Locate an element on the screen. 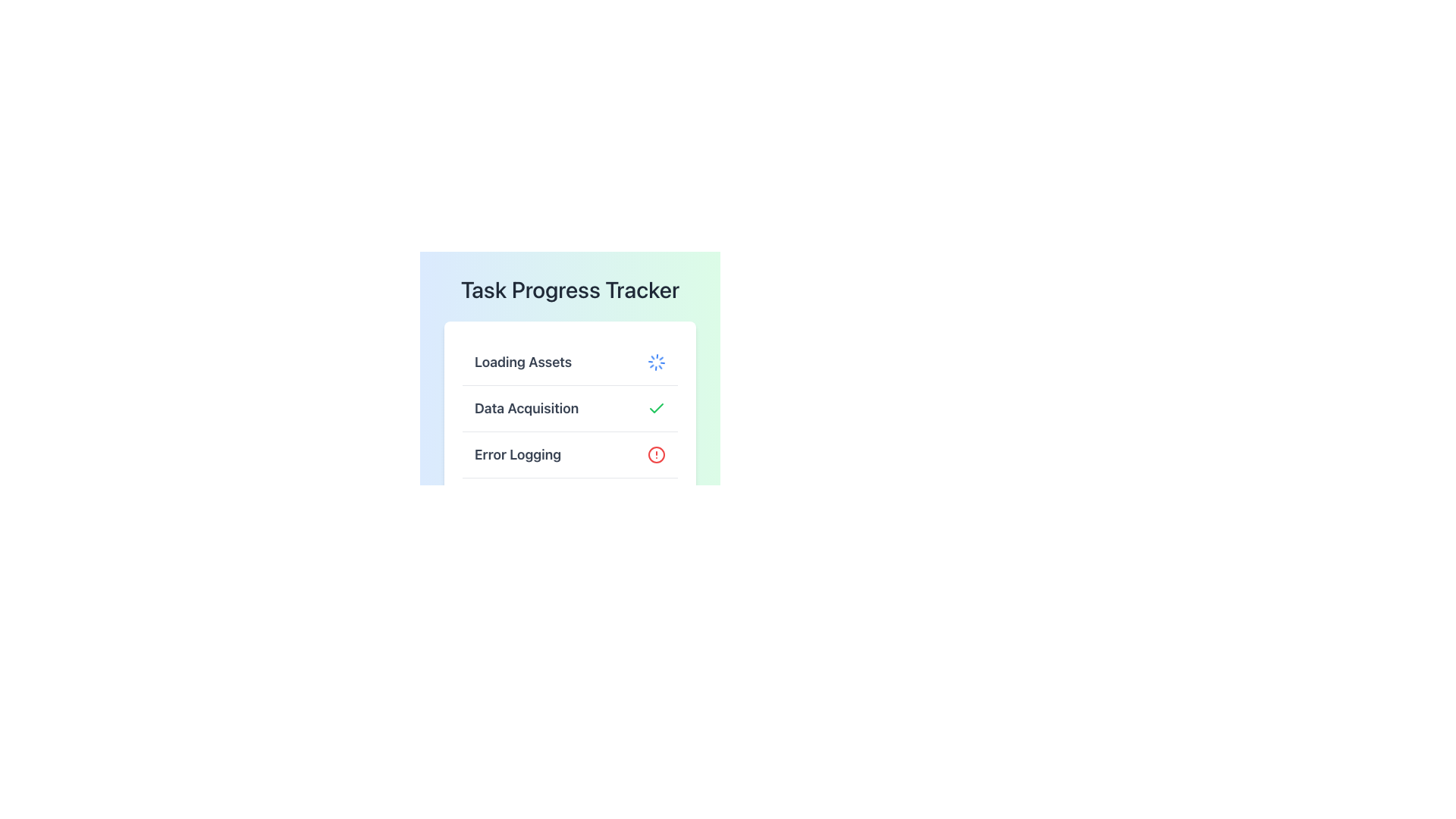  the red circular SVG element indicating 'Error Logging' in the task progress tracker interface is located at coordinates (656, 454).